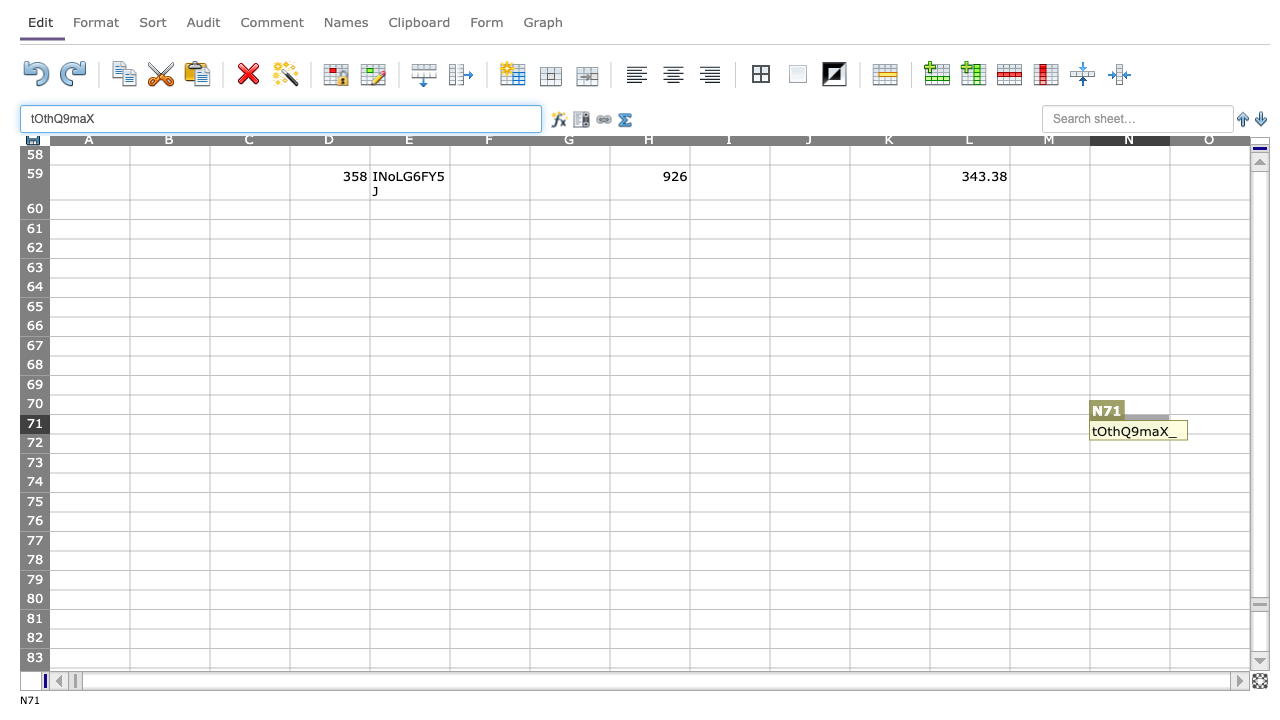  What do you see at coordinates (1249, 668) in the screenshot?
I see `fill handle of O83` at bounding box center [1249, 668].